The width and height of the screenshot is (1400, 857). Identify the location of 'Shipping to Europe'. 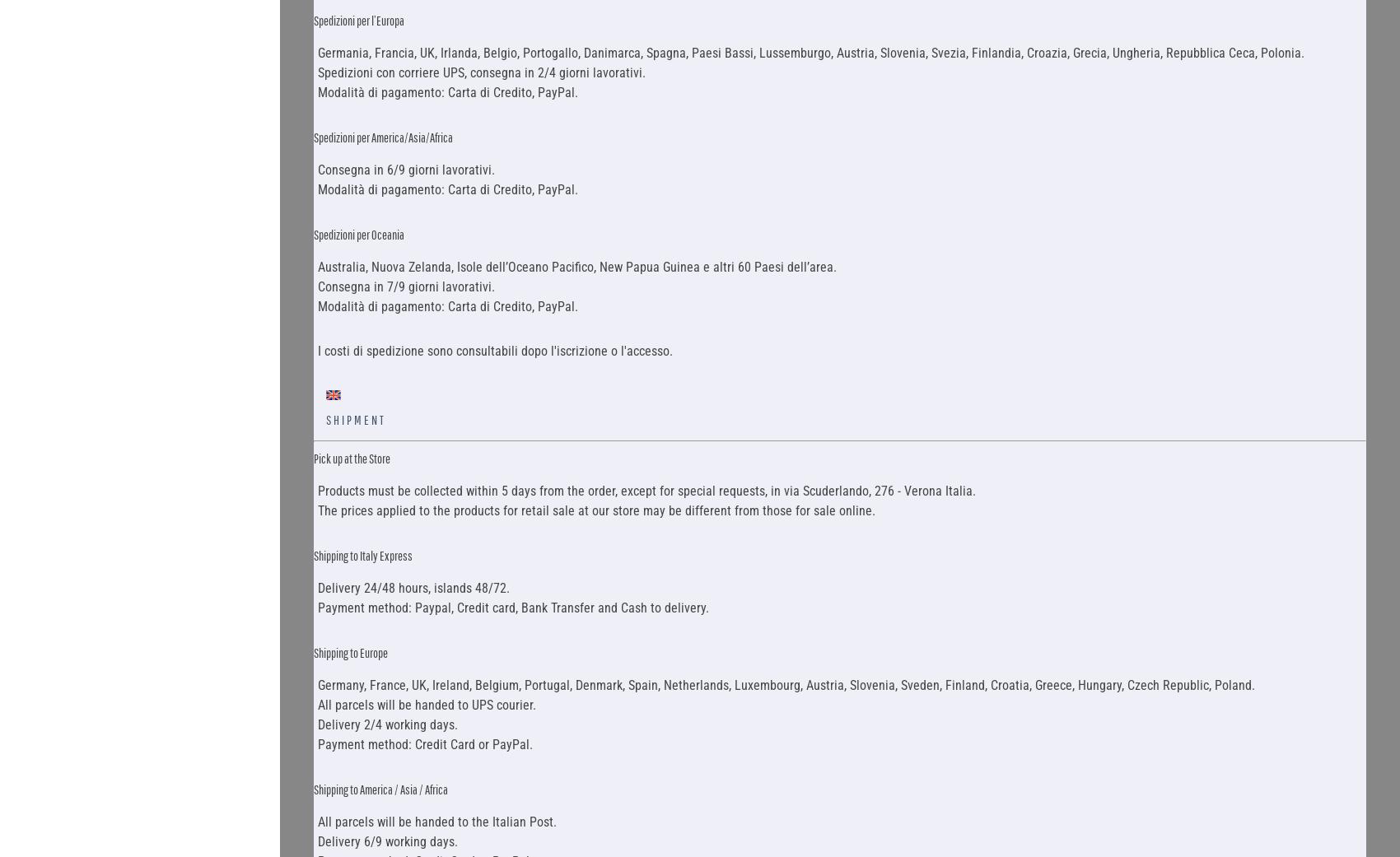
(350, 651).